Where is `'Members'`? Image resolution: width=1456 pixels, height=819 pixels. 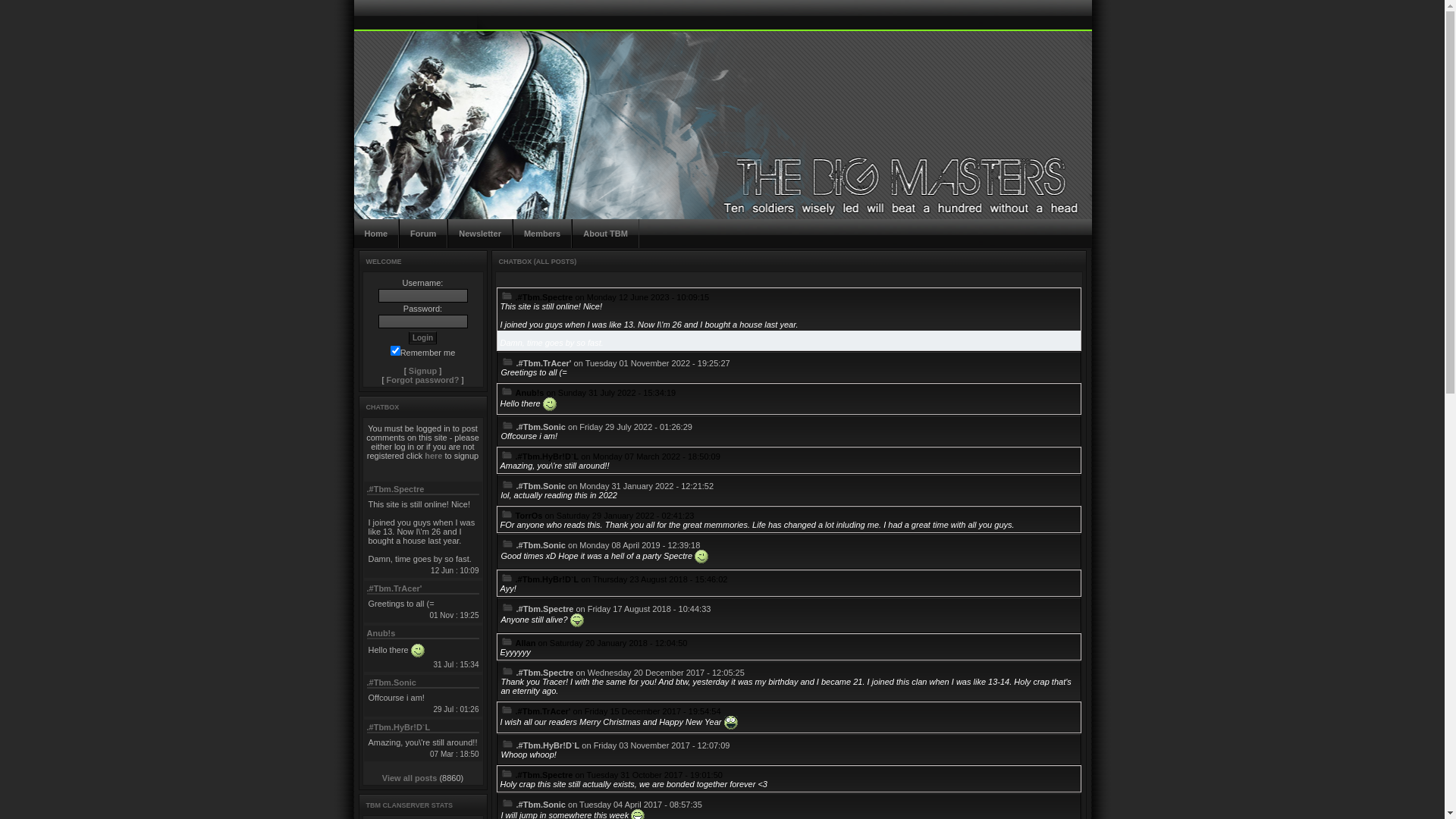 'Members' is located at coordinates (513, 234).